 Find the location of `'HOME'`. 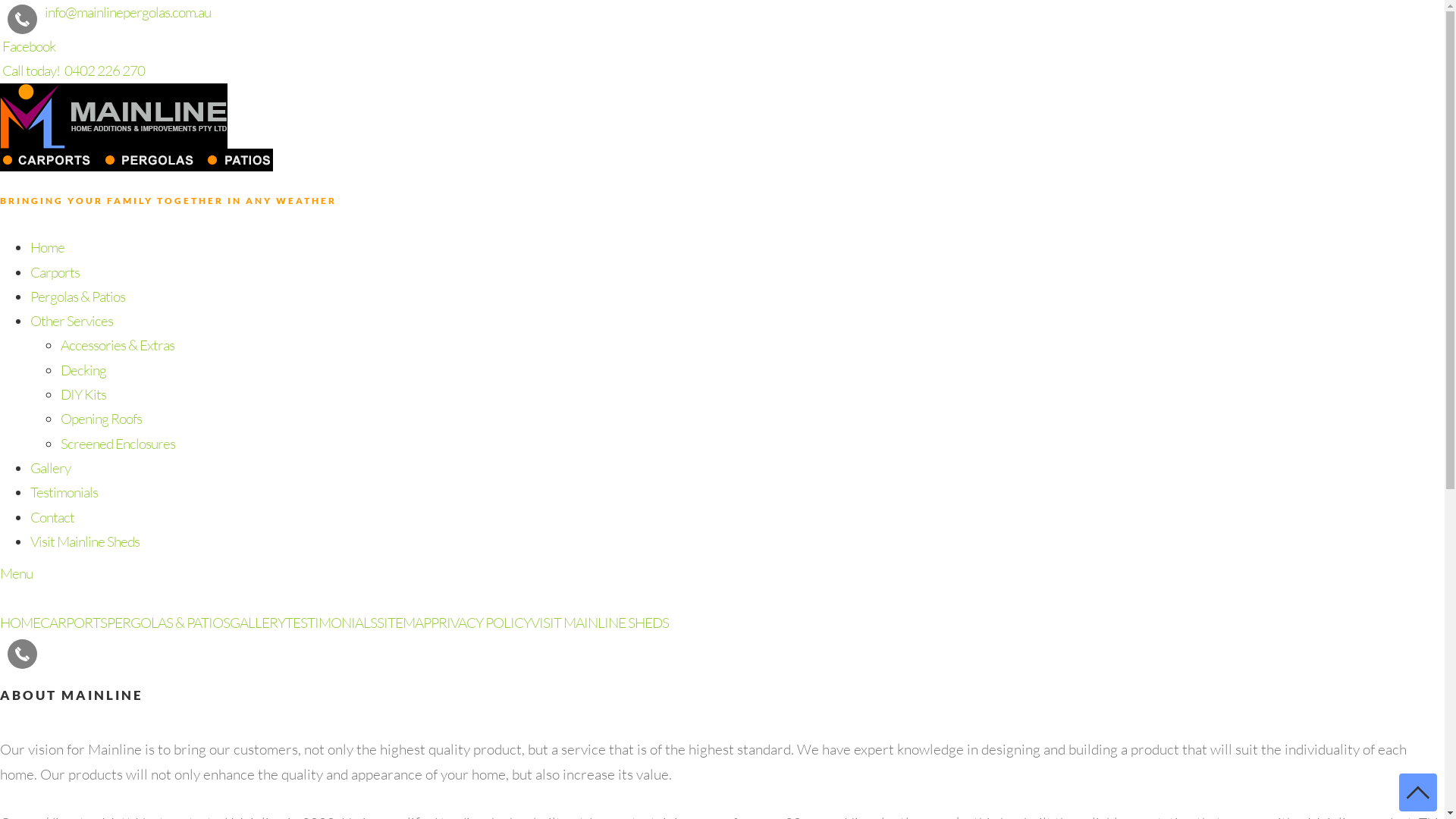

'HOME' is located at coordinates (20, 623).